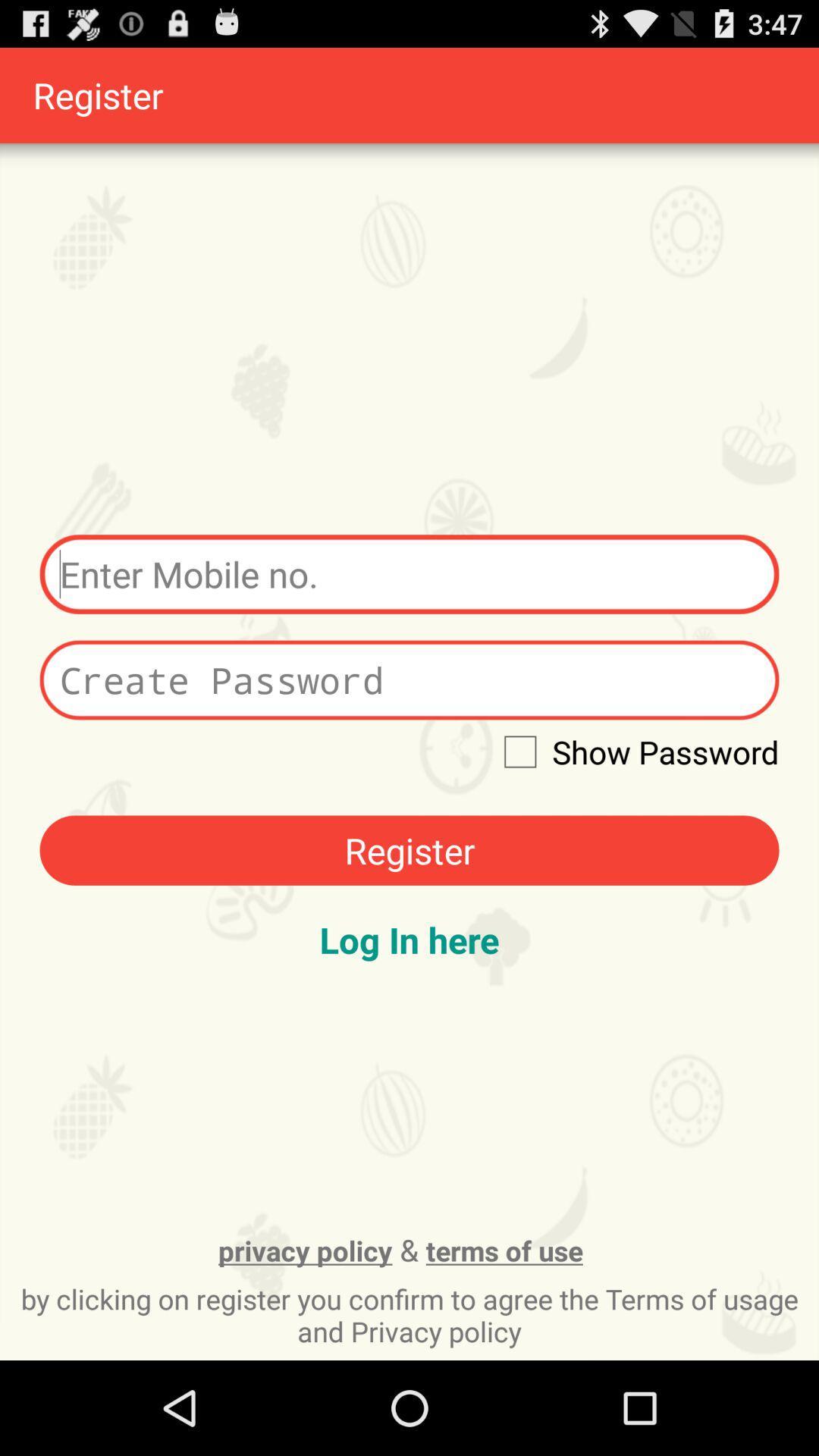  Describe the element at coordinates (409, 679) in the screenshot. I see `put in password` at that location.